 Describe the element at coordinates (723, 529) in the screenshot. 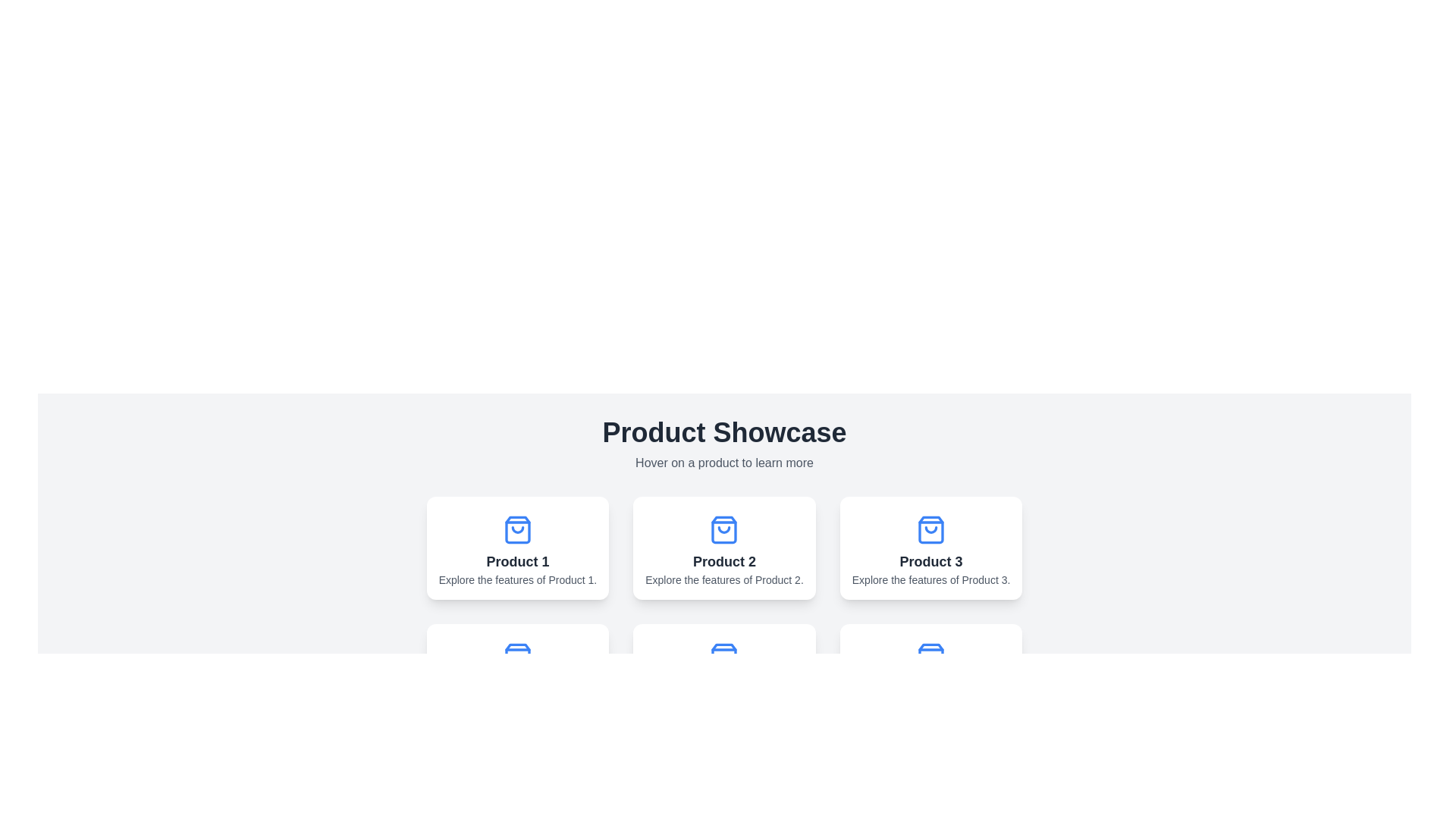

I see `the shopping icon located at the top of the 'Product 2' card, centered horizontally and positioned just below the upper margin` at that location.